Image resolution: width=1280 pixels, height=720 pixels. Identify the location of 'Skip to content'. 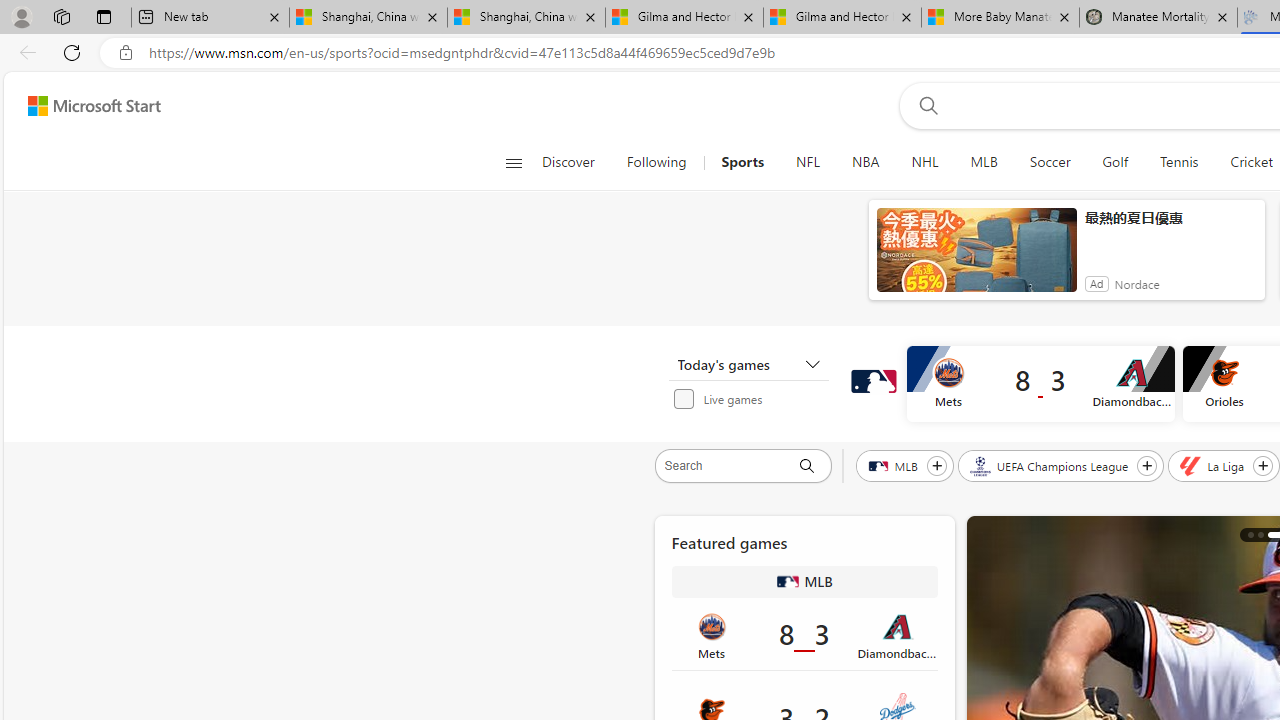
(86, 105).